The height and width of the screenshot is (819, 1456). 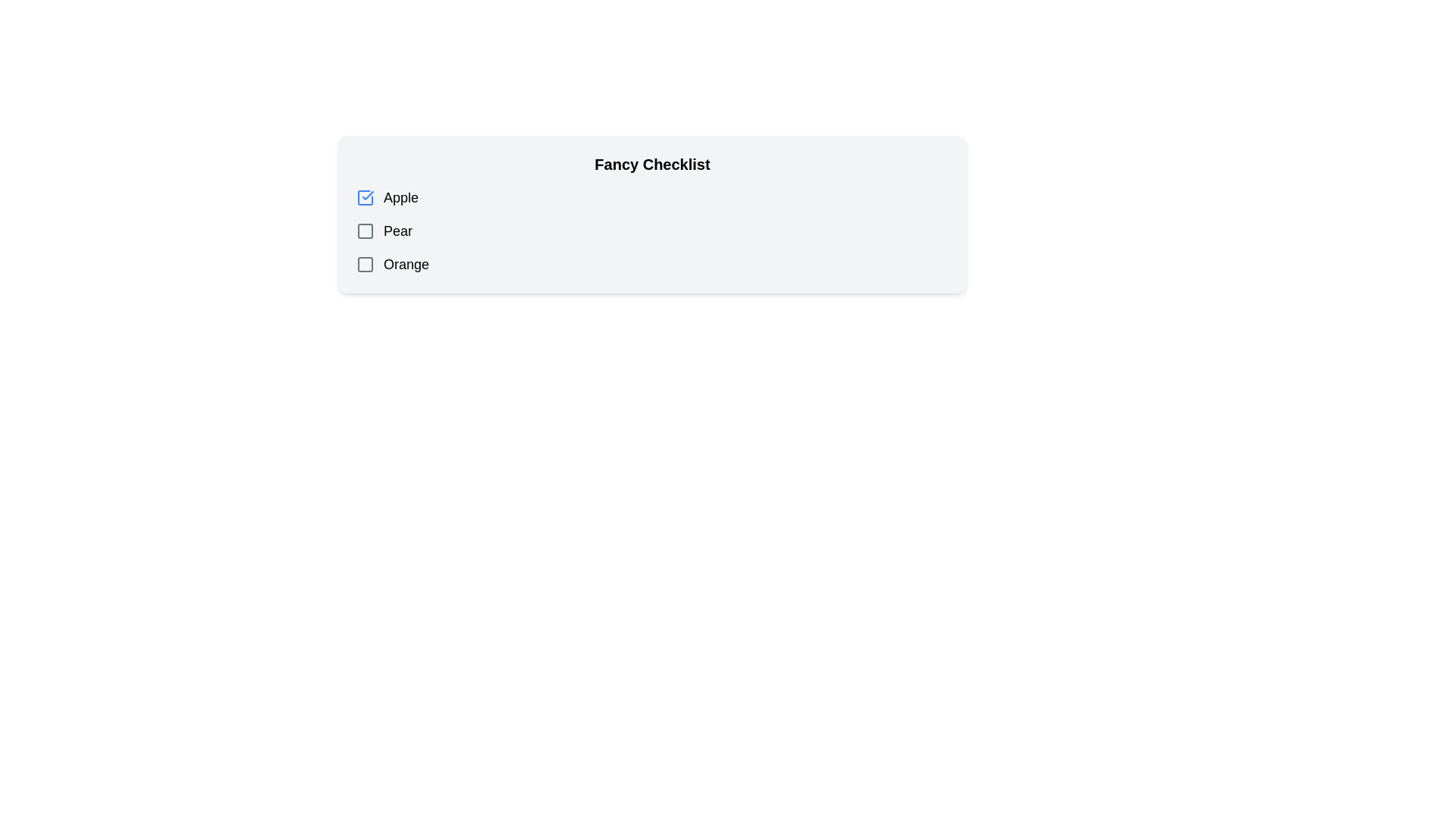 I want to click on the gray checkbox icon located to the left of the text 'Orange', so click(x=365, y=263).